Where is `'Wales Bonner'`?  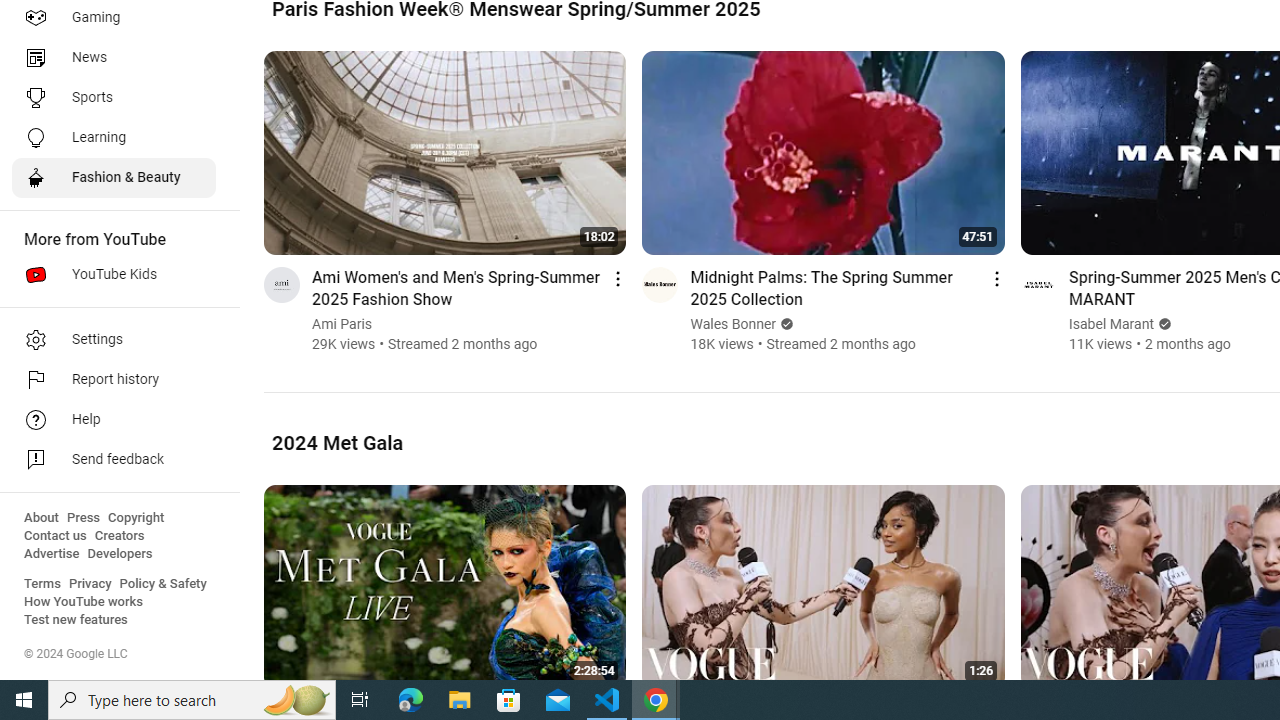
'Wales Bonner' is located at coordinates (733, 323).